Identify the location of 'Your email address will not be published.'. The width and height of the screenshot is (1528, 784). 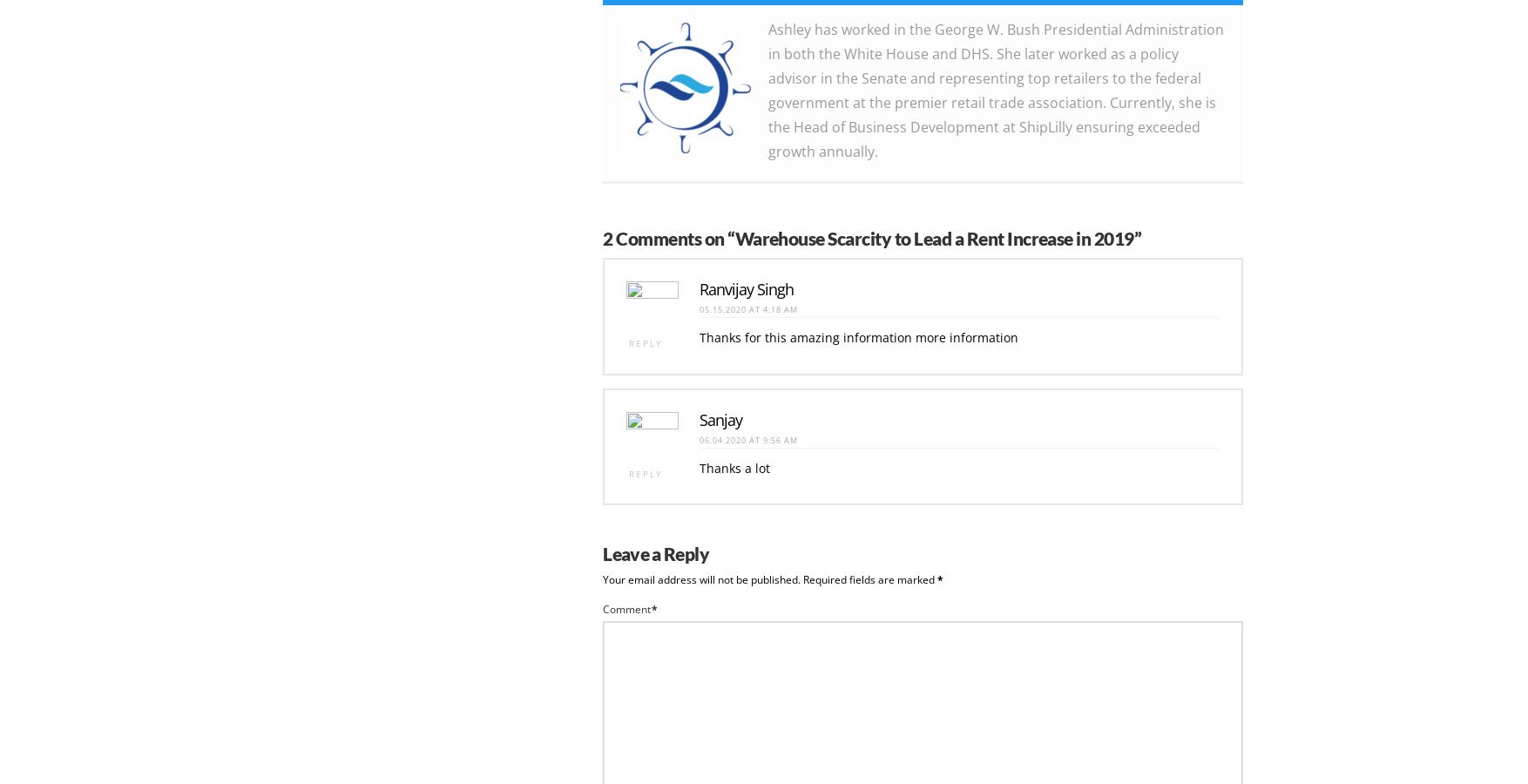
(700, 578).